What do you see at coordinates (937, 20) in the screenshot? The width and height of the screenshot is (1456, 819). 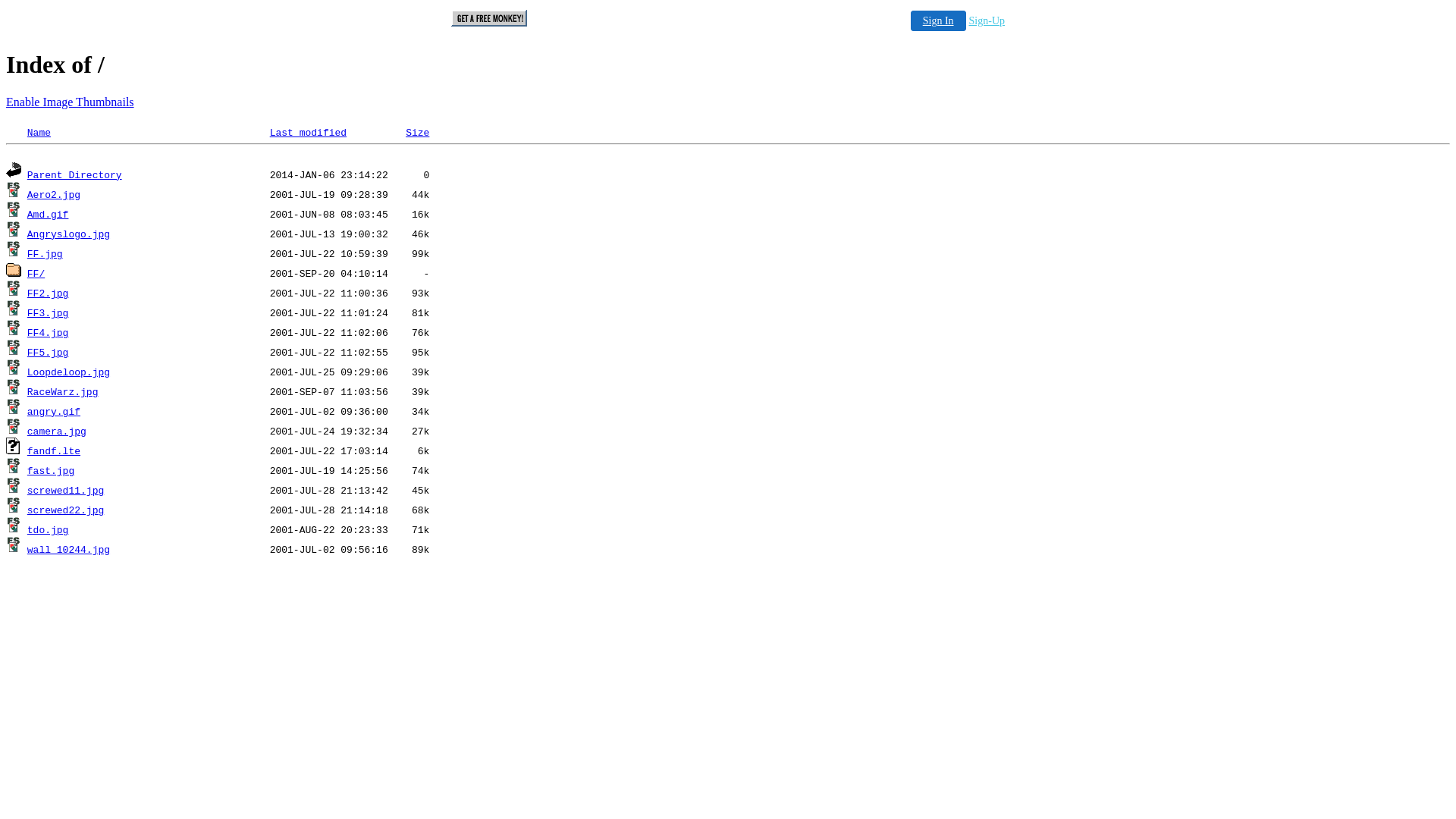 I see `'Sign In'` at bounding box center [937, 20].